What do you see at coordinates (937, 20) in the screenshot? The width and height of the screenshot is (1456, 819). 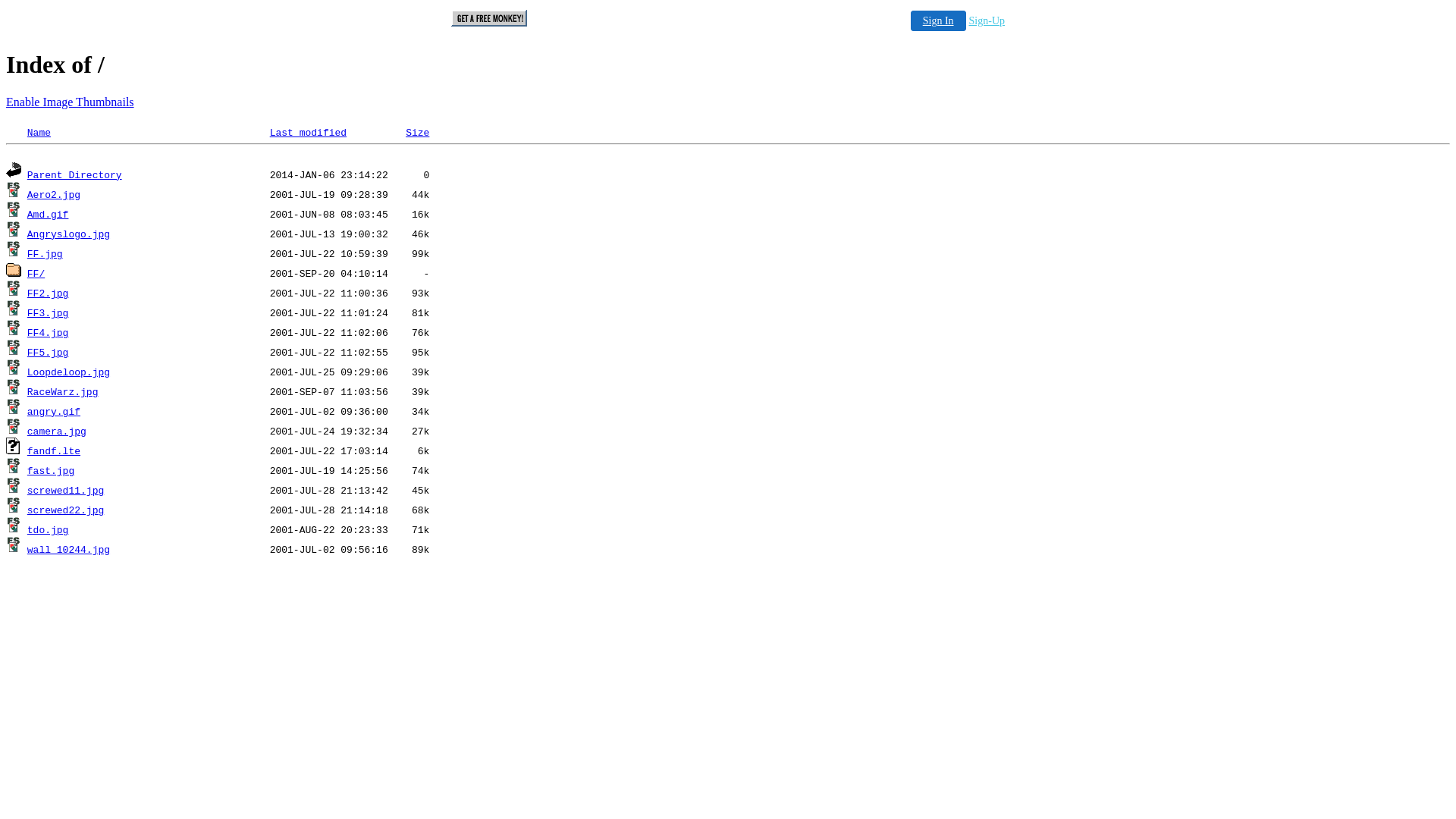 I see `'Sign In'` at bounding box center [937, 20].